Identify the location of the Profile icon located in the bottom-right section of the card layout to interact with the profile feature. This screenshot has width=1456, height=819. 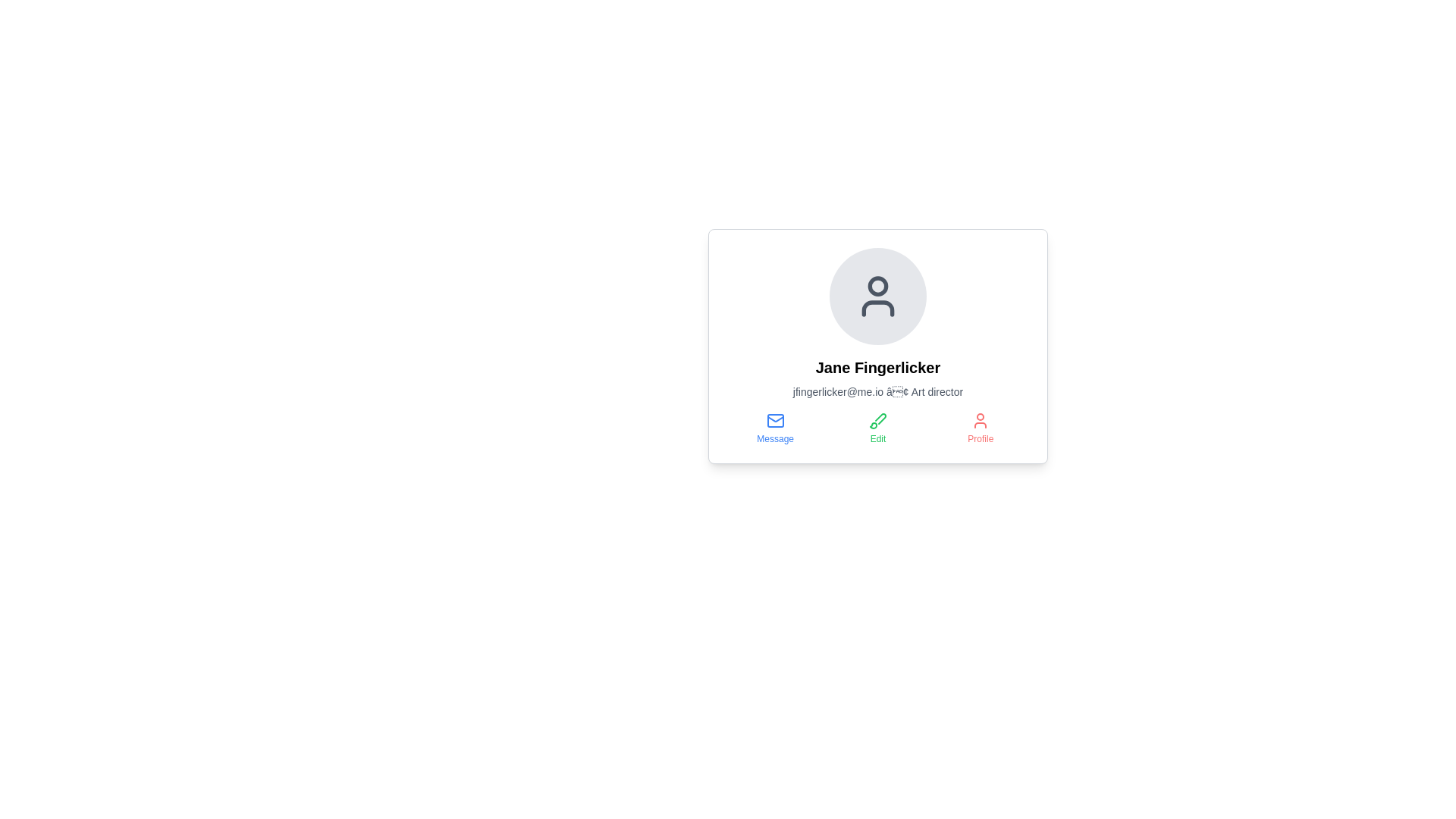
(980, 421).